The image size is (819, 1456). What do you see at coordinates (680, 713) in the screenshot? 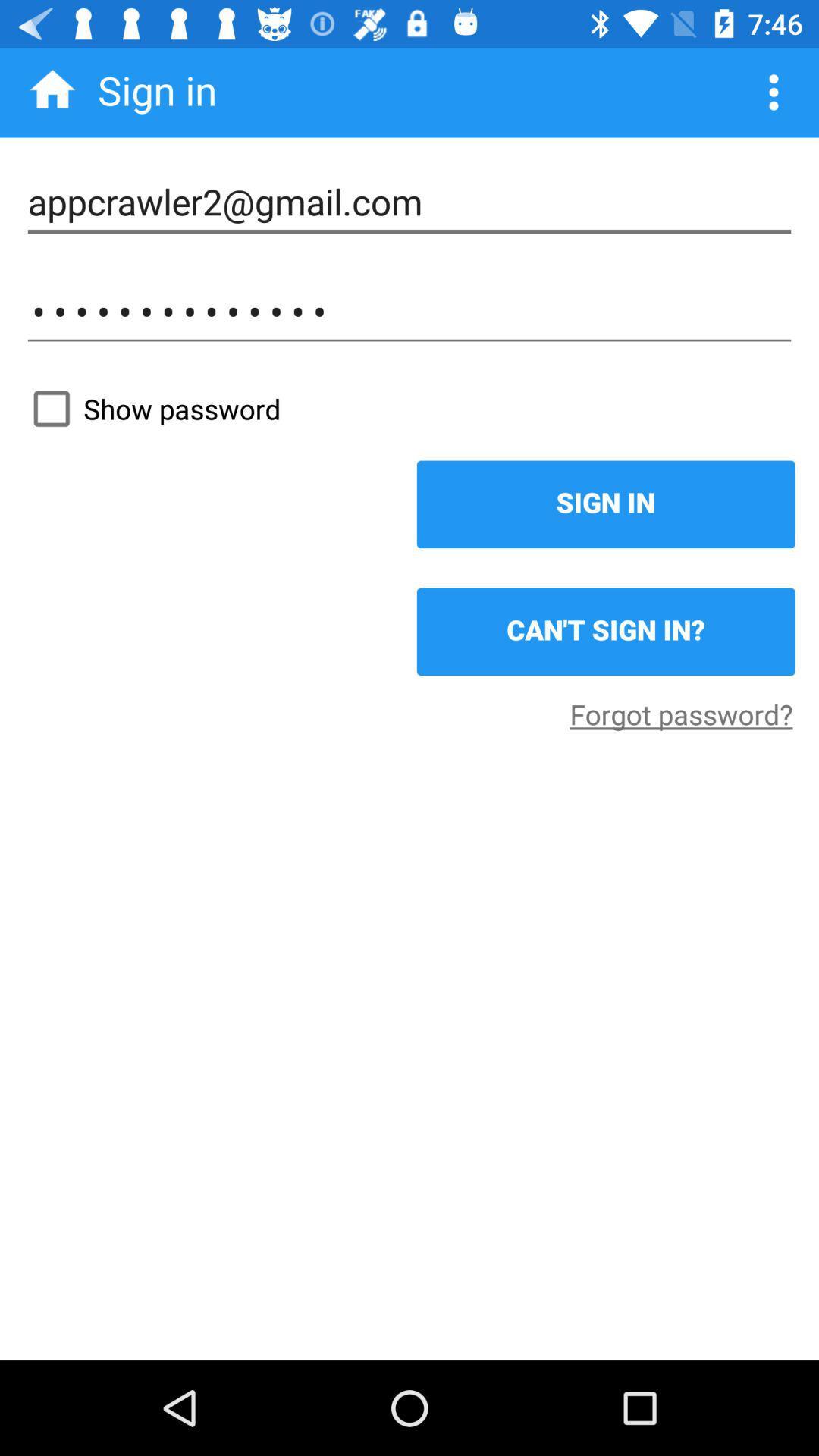
I see `item below can t sign icon` at bounding box center [680, 713].